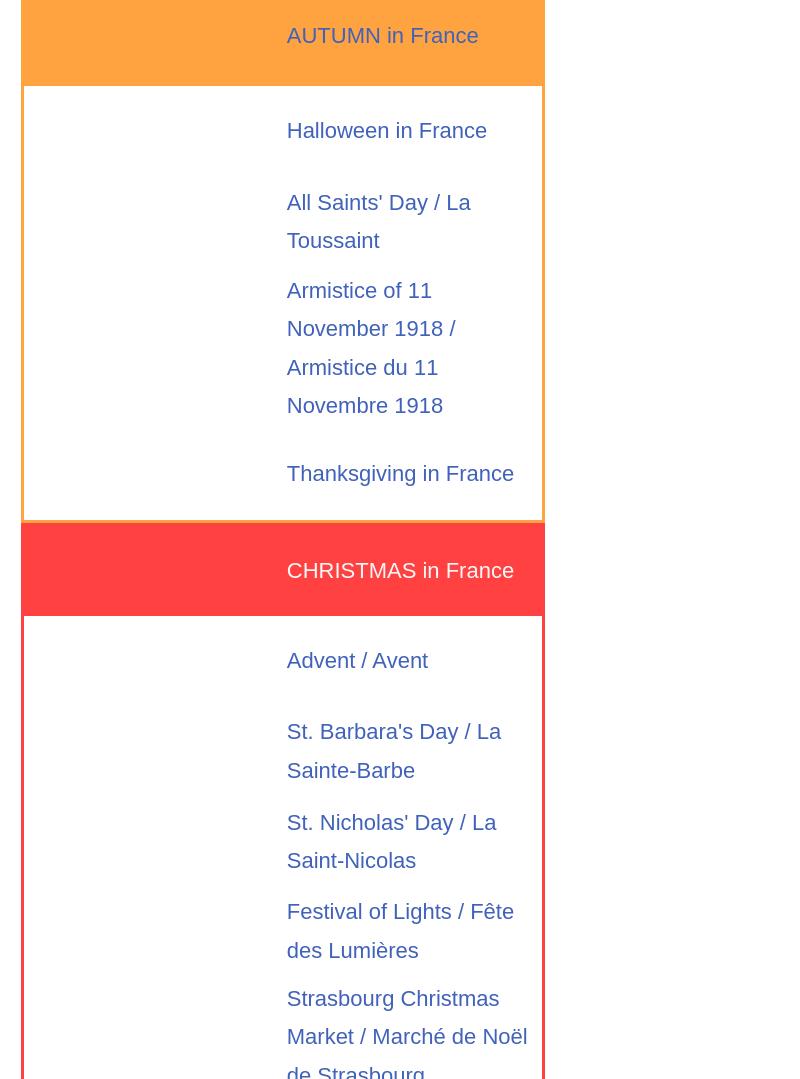 The width and height of the screenshot is (800, 1079). I want to click on 'All Saints' Day / La Toussaint', so click(377, 219).